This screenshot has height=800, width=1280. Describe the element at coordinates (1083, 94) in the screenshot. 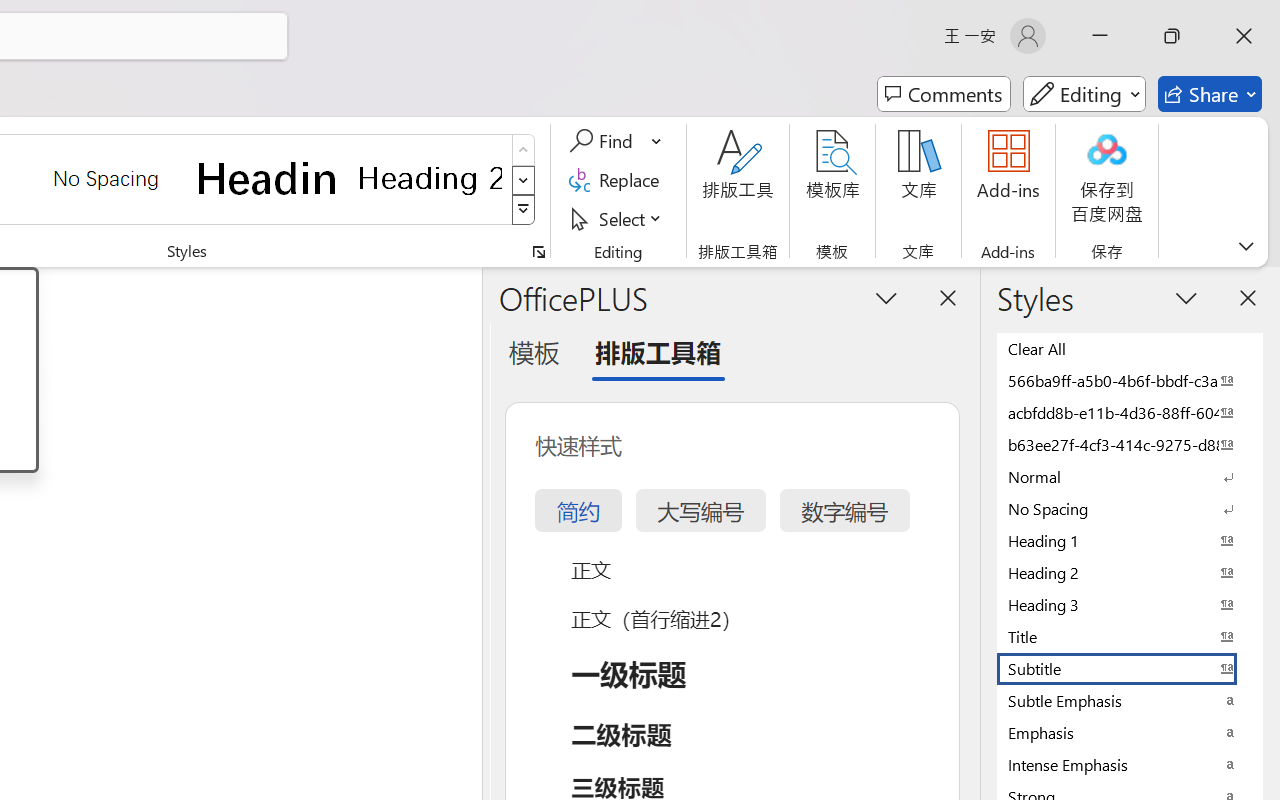

I see `'Mode'` at that location.